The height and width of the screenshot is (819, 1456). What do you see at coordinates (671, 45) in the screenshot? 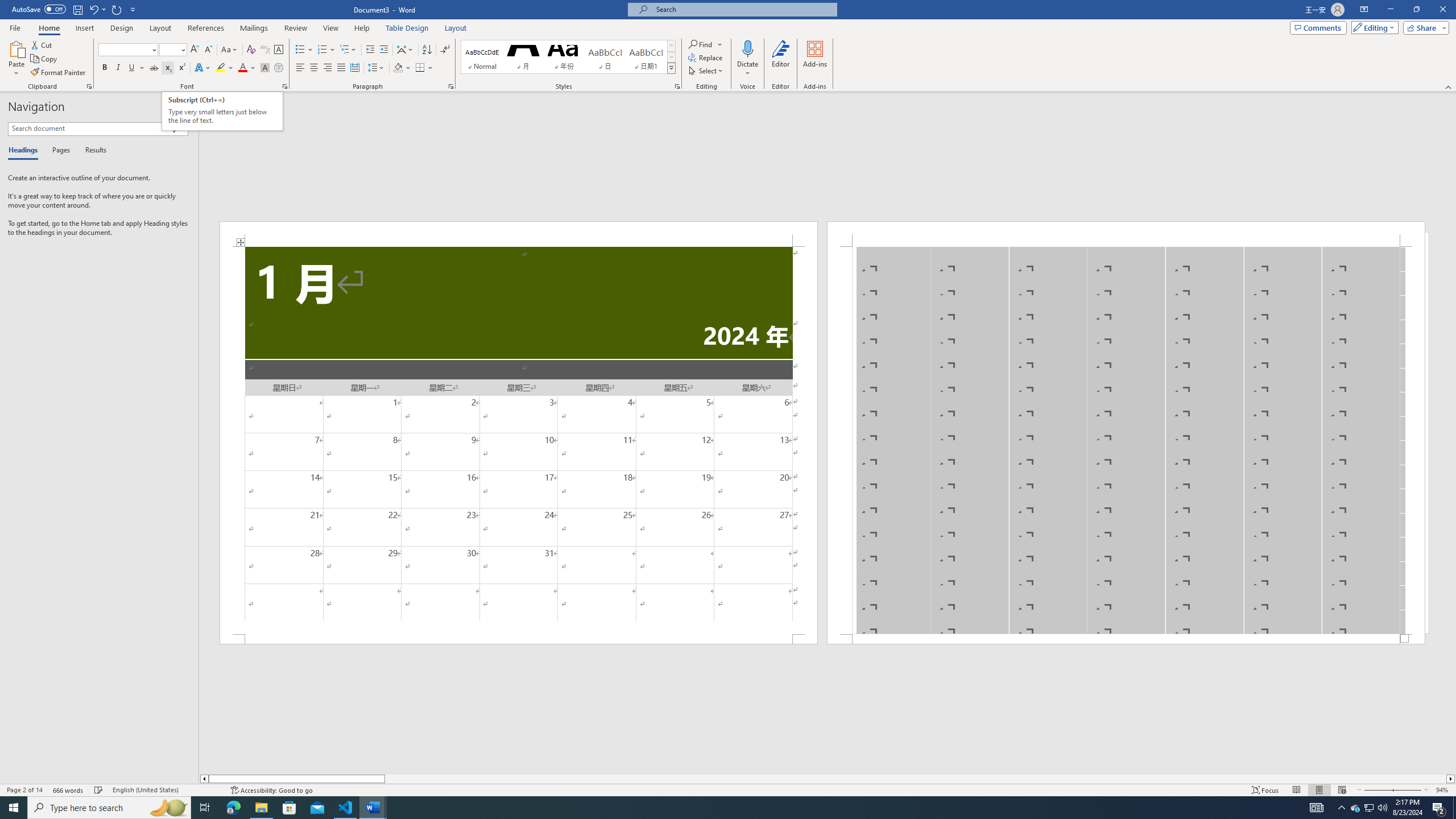
I see `'Row up'` at bounding box center [671, 45].